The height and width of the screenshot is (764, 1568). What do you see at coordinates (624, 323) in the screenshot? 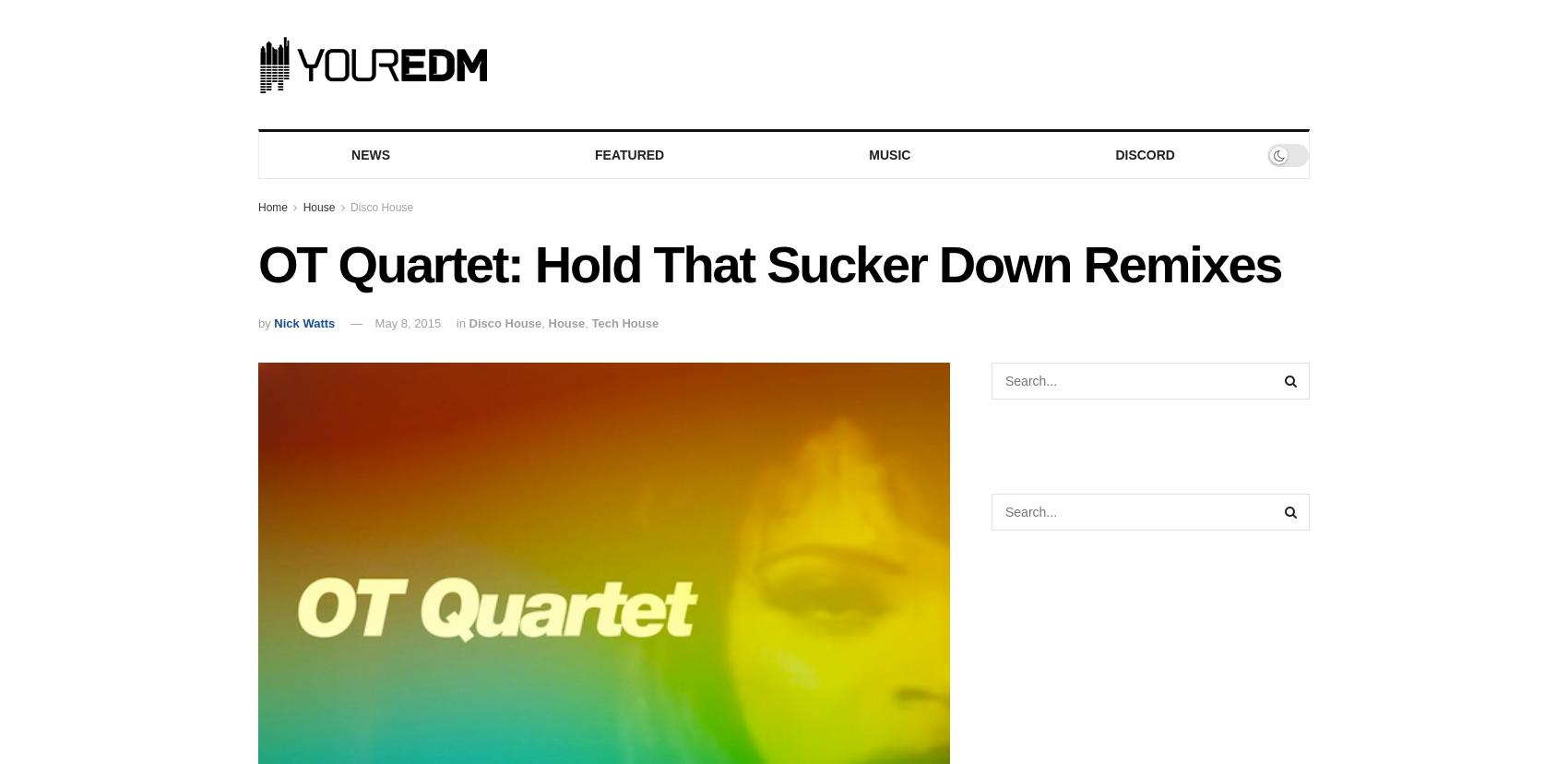
I see `'Tech House'` at bounding box center [624, 323].